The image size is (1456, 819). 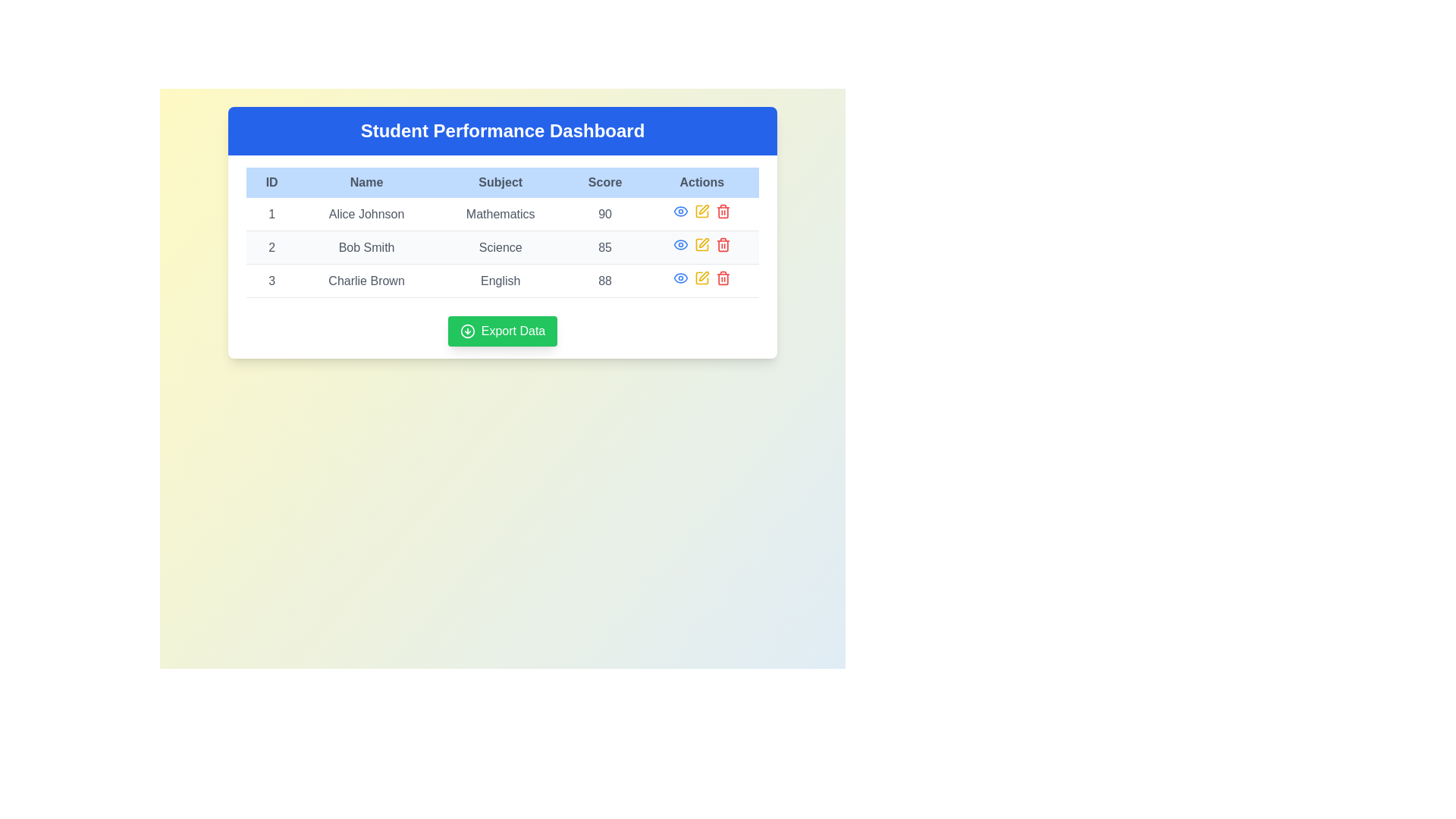 What do you see at coordinates (366, 246) in the screenshot?
I see `text label displaying the name 'Bob Smith' located in the second row of the table under the 'Name' column` at bounding box center [366, 246].